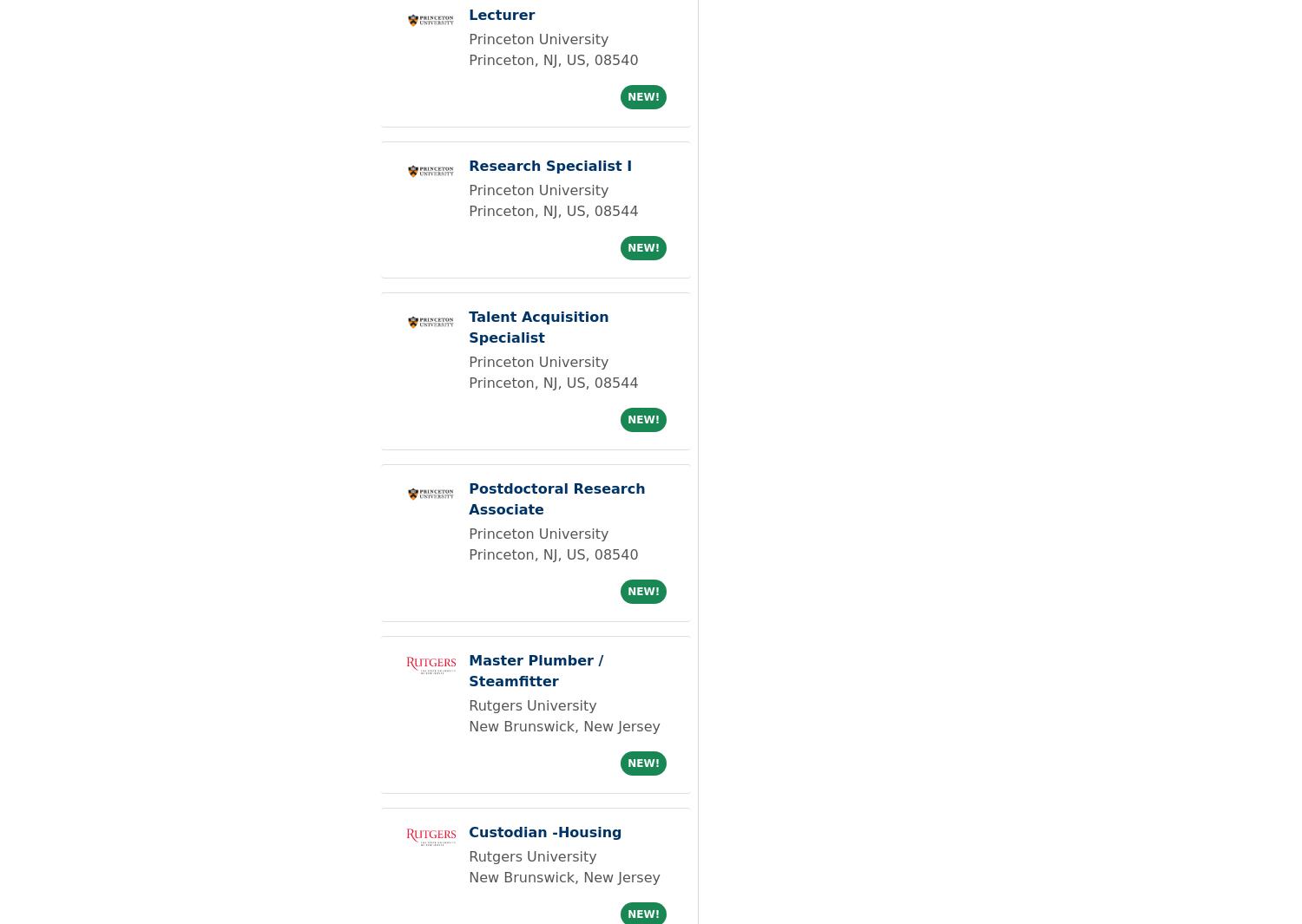  I want to click on 'Talent Acquisition Specialist', so click(537, 326).